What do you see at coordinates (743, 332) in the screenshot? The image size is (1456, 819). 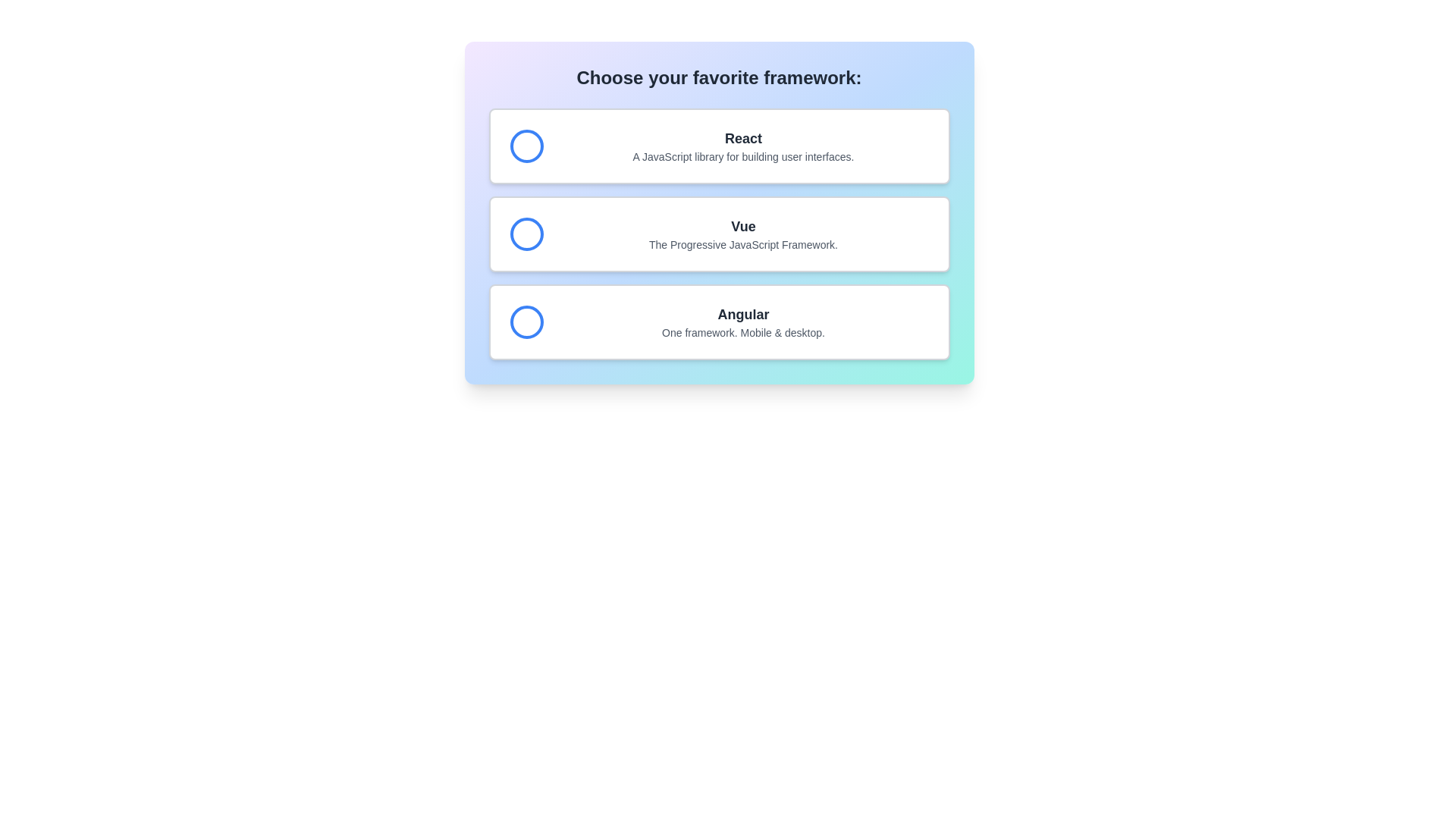 I see `the static text element that reads 'One framework. Mobile & desktop.' which is located below the bold 'Angular' title in the vertical selection interface` at bounding box center [743, 332].